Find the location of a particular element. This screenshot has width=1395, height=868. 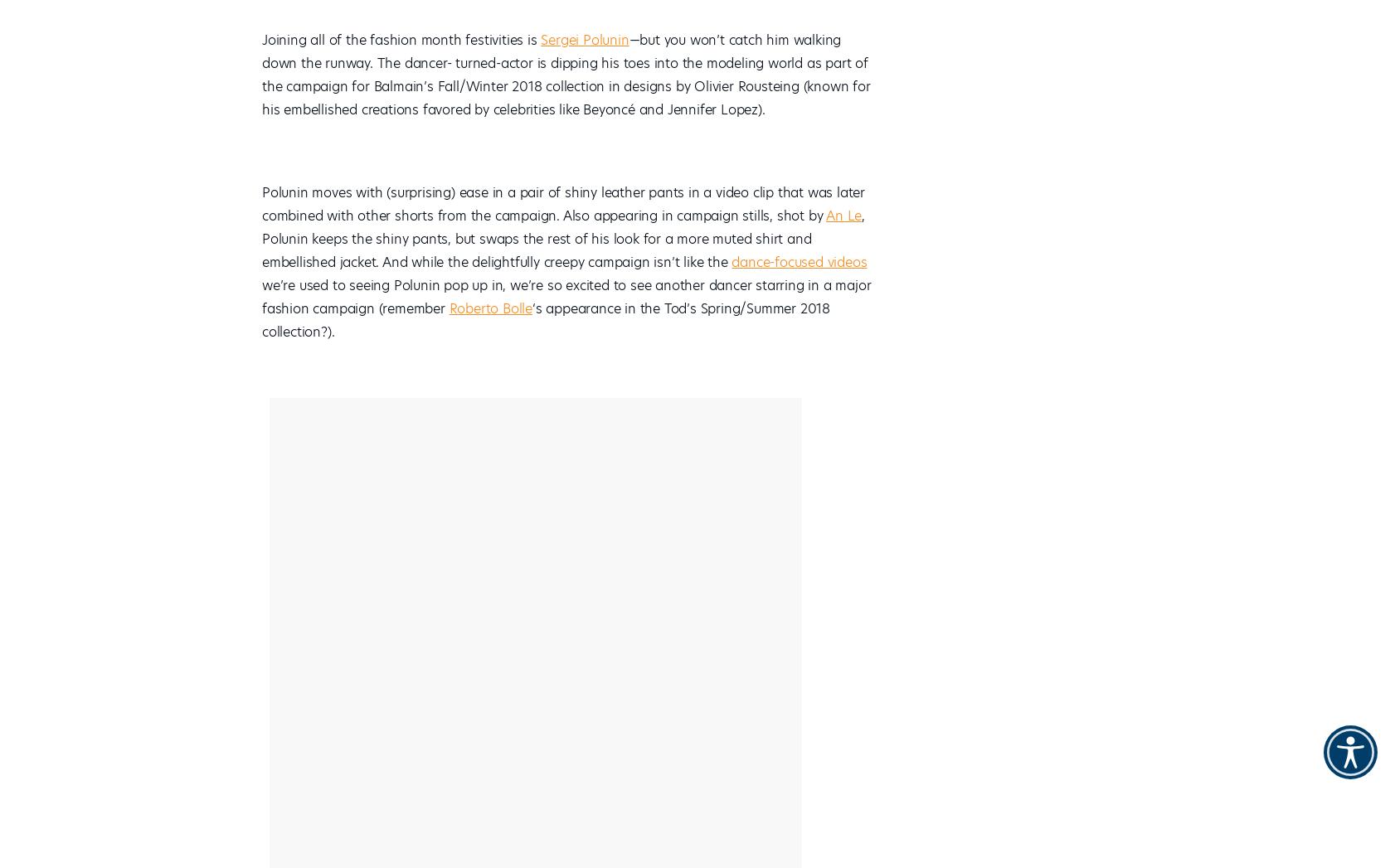

'An Le' is located at coordinates (843, 216).